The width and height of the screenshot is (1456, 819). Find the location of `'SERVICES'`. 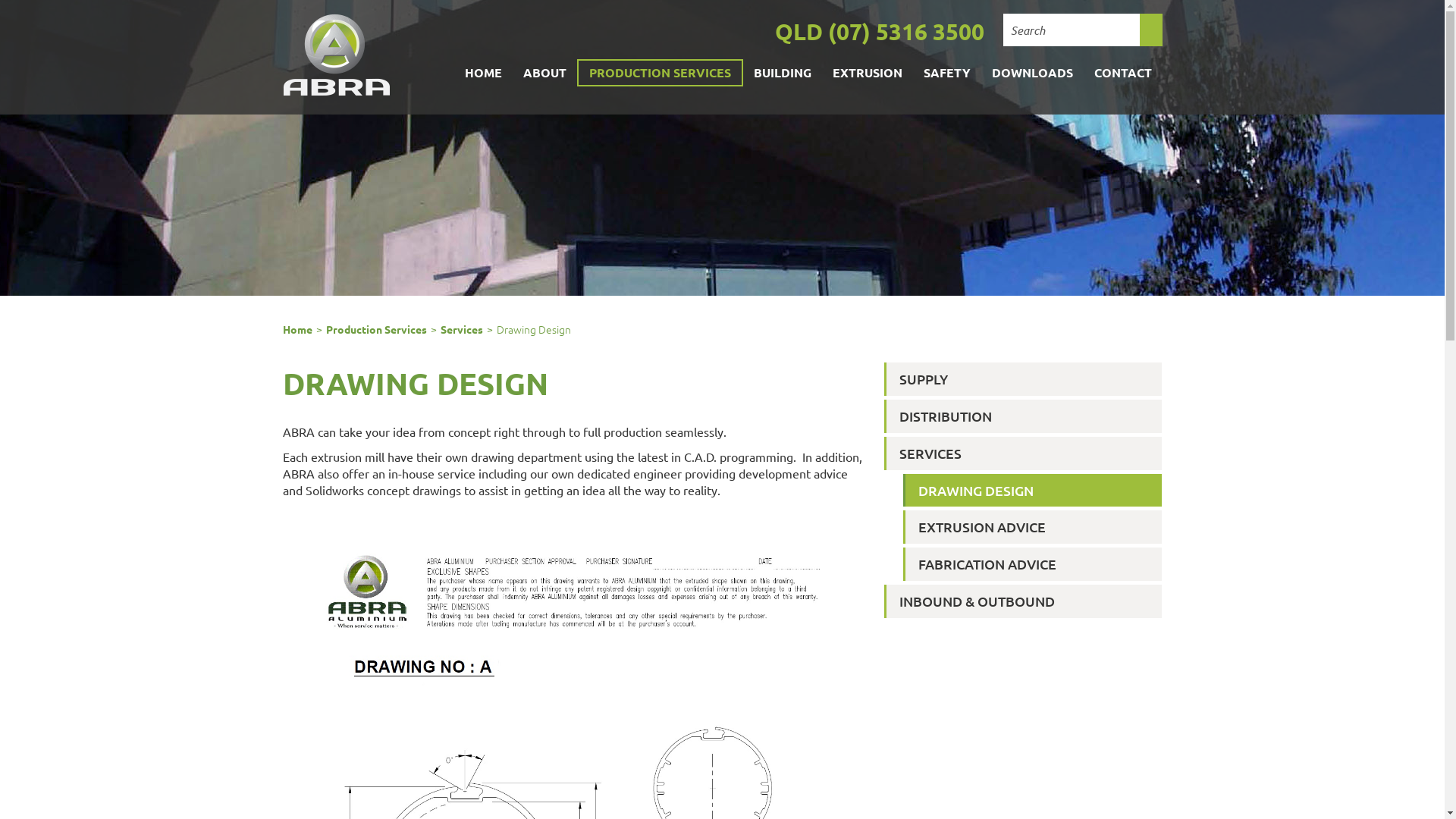

'SERVICES' is located at coordinates (1023, 452).